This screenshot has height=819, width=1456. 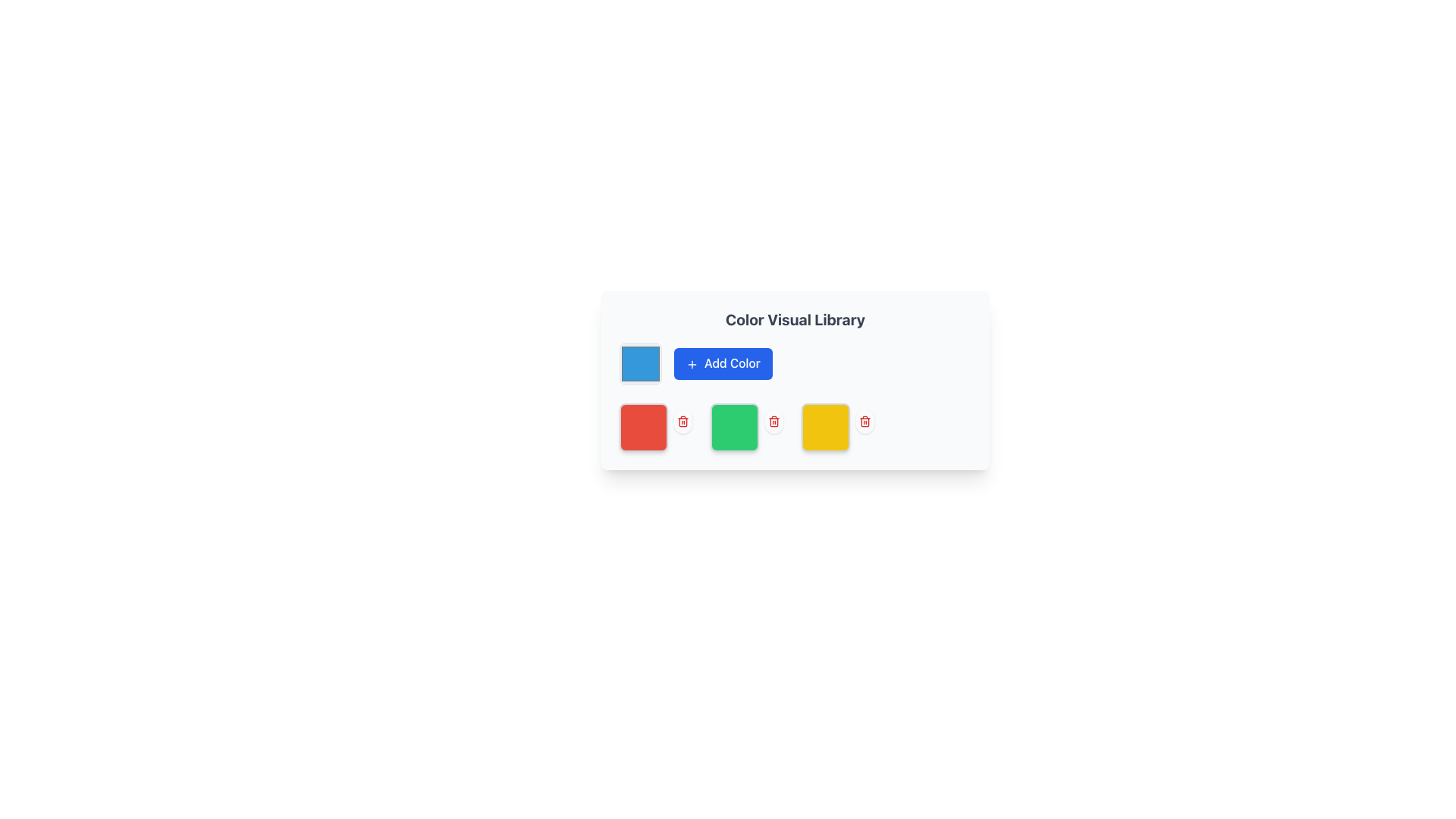 What do you see at coordinates (644, 427) in the screenshot?
I see `the first color swatch in the bottom-left quadrant of the color palette` at bounding box center [644, 427].